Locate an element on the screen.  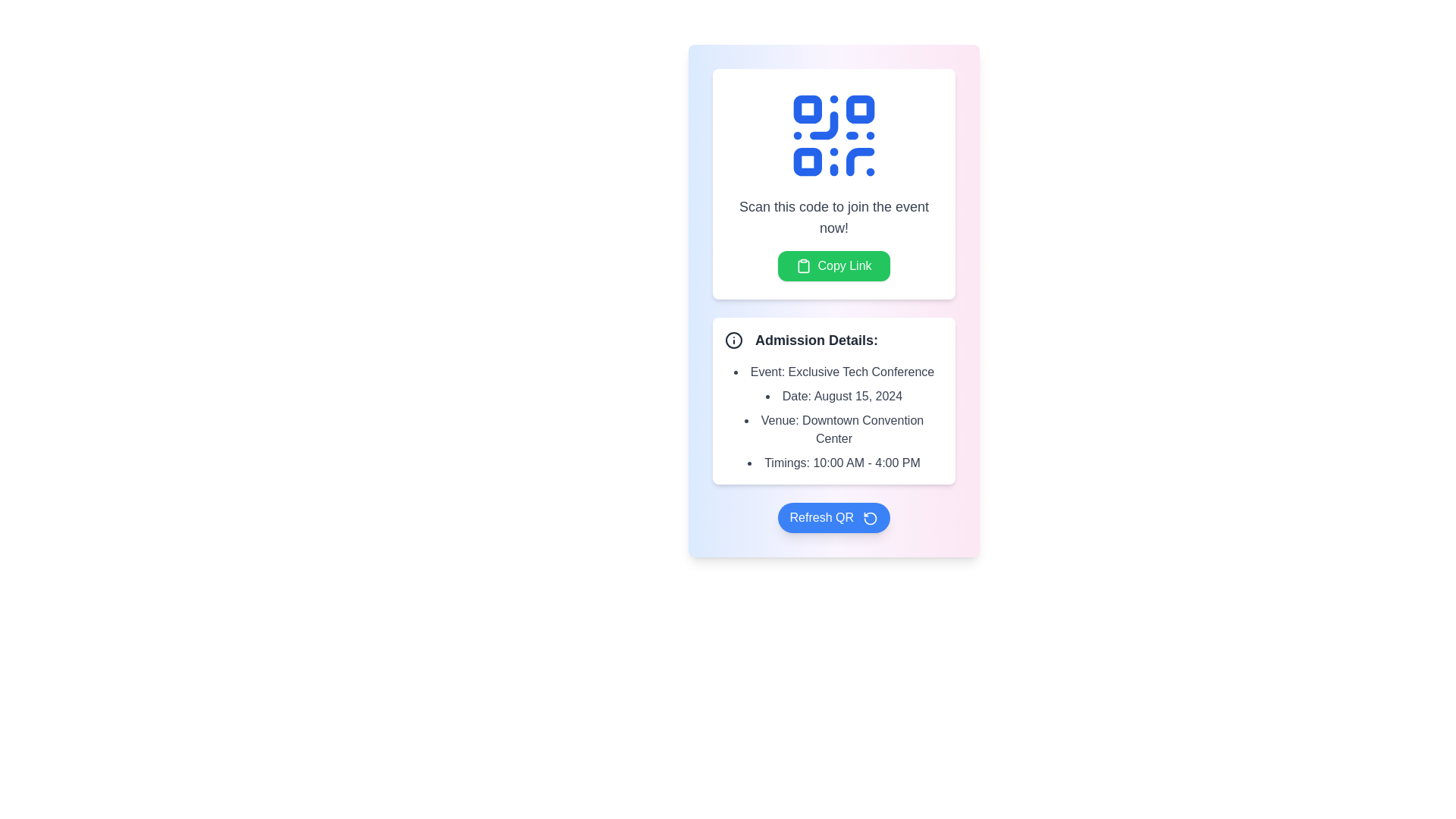
label 'Date:' which is styled with medium font weight and is positioned before the date 'August 15, 2024' in the 'Admission Details' card is located at coordinates (796, 395).